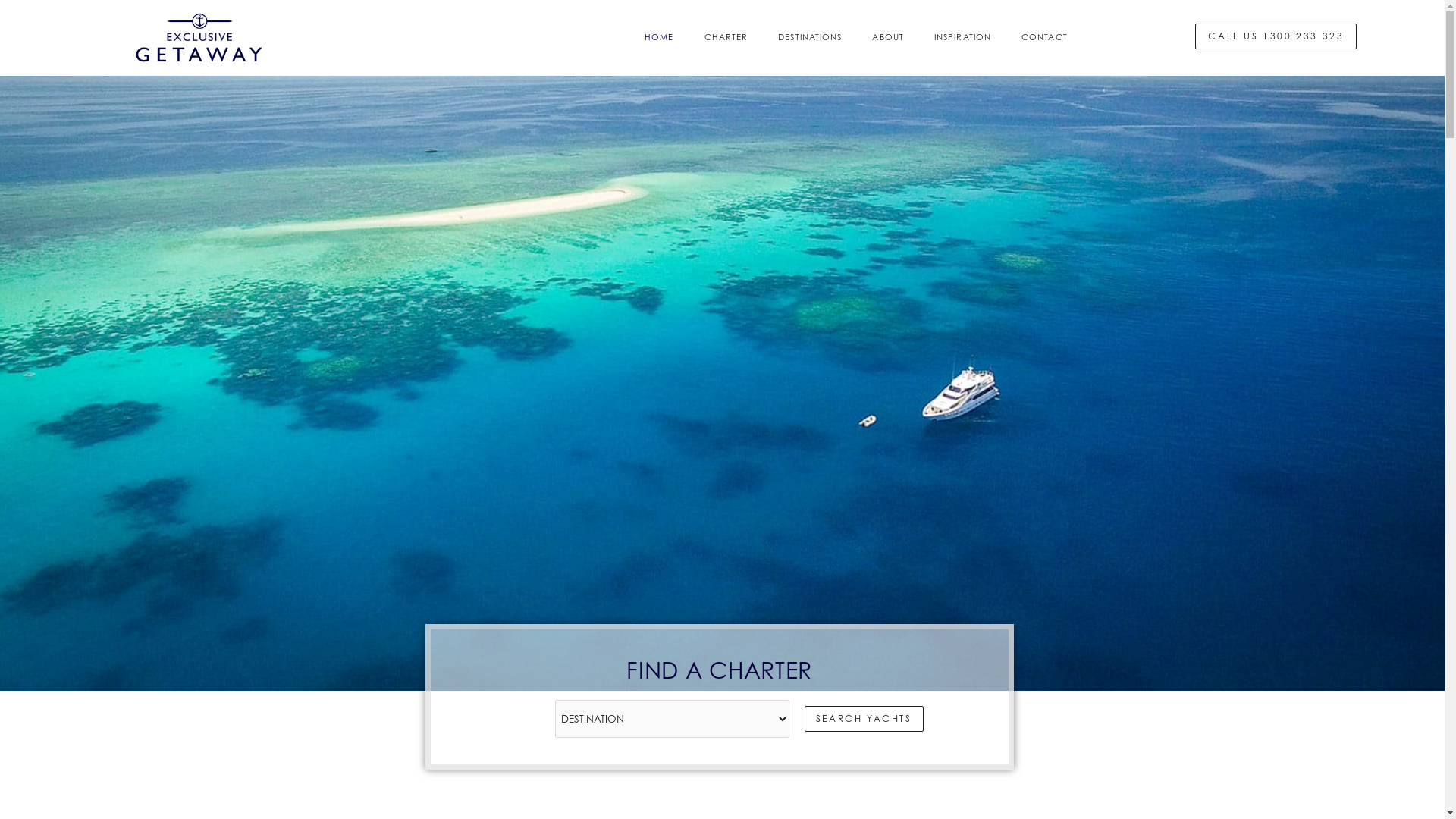  I want to click on 'INSPIRATION', so click(962, 62).